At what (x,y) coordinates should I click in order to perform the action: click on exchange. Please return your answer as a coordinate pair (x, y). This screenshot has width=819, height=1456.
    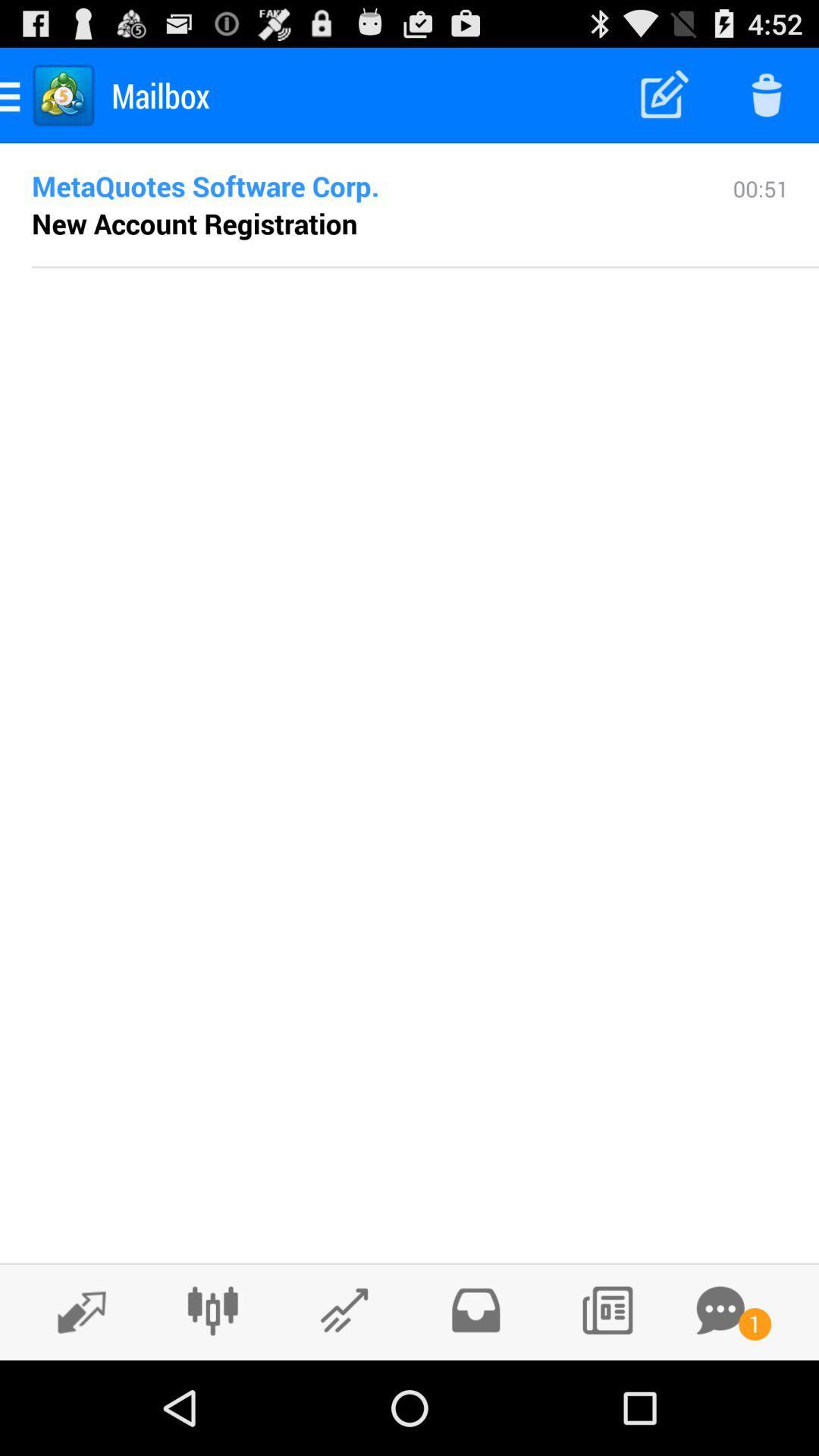
    Looking at the image, I should click on (74, 1310).